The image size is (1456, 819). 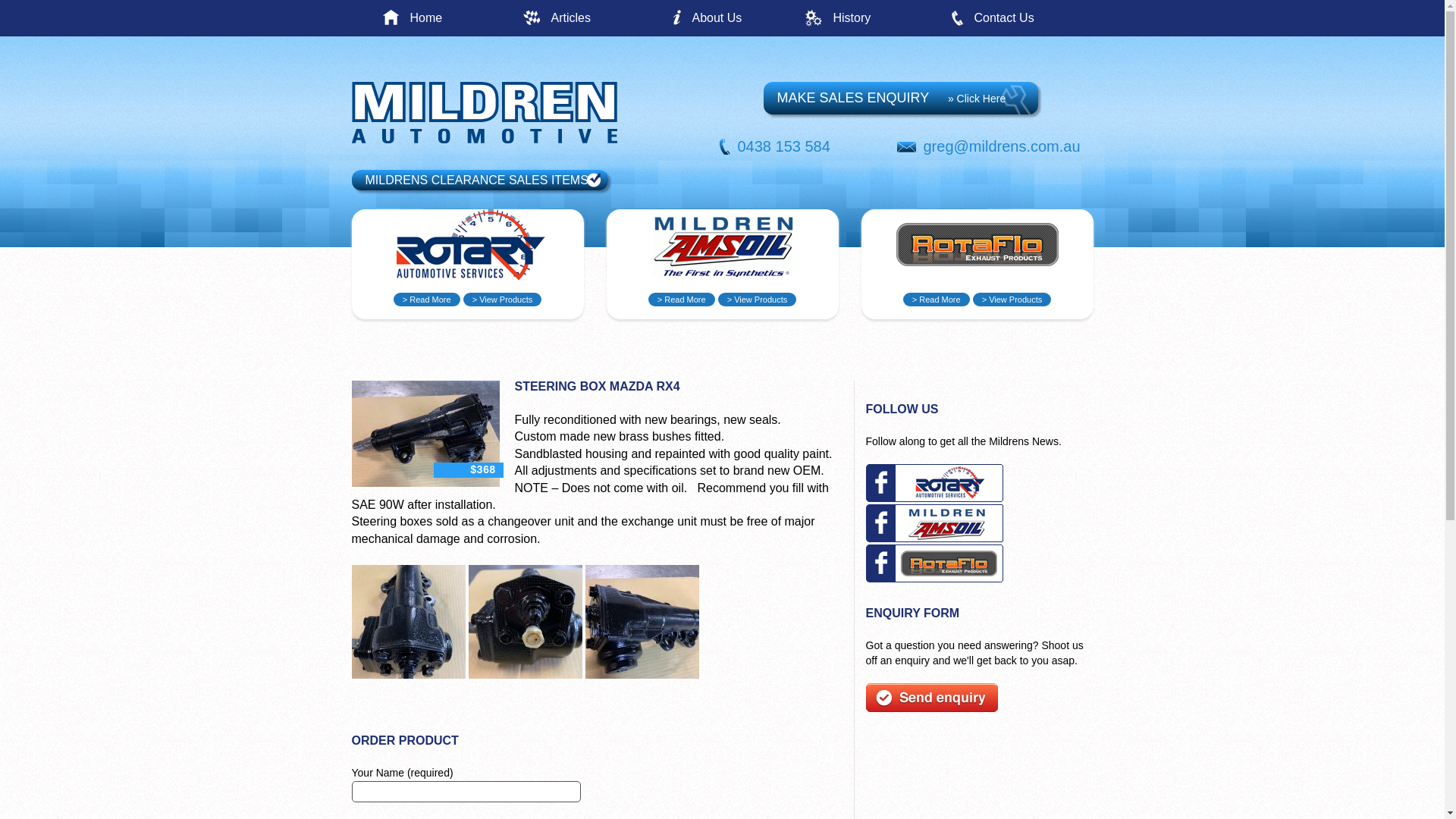 What do you see at coordinates (1030, 17) in the screenshot?
I see `'Contact Us'` at bounding box center [1030, 17].